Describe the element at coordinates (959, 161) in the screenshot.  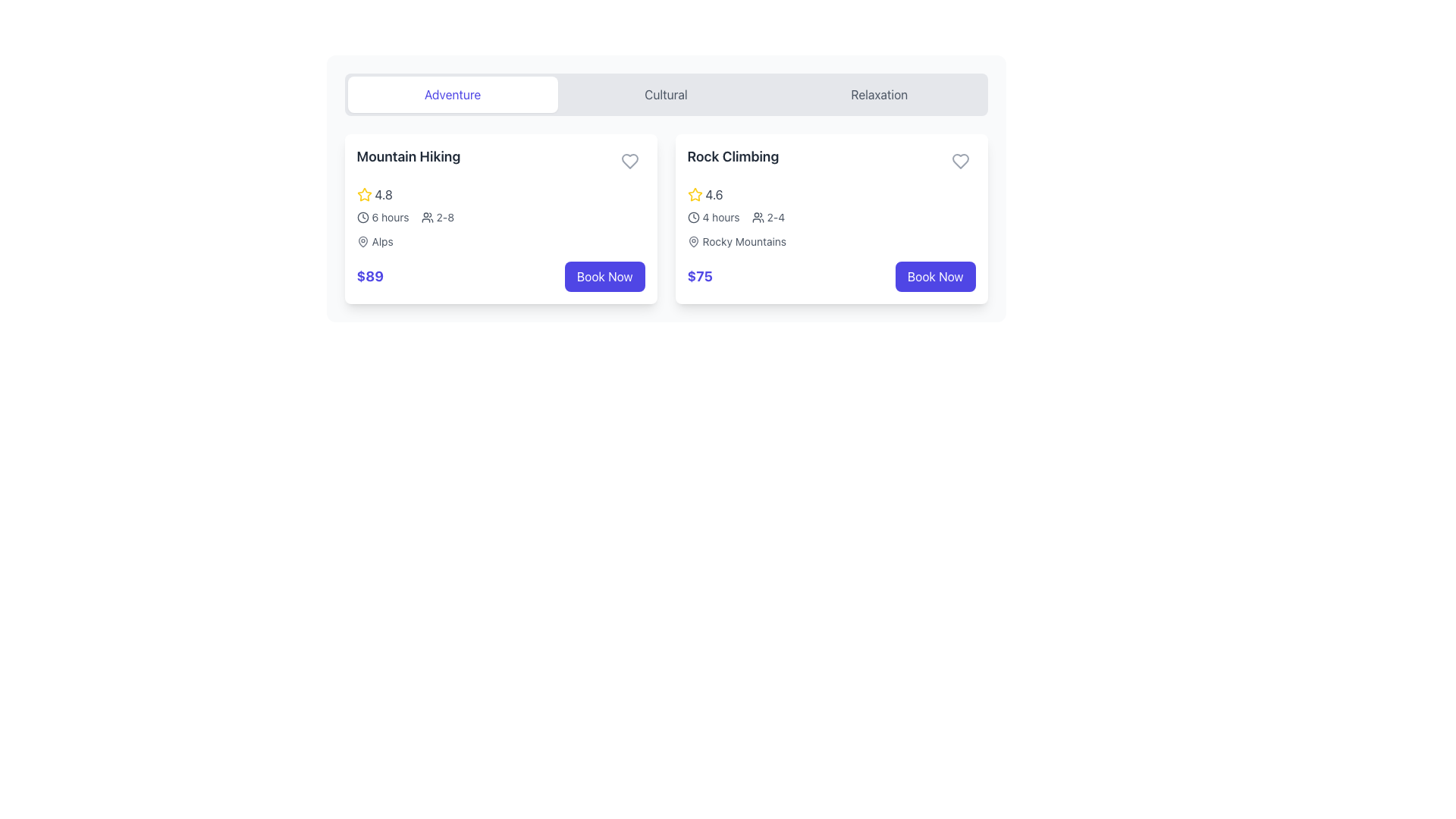
I see `the heart icon in the top-right corner of the 'Rock Climbing' card to like the item` at that location.